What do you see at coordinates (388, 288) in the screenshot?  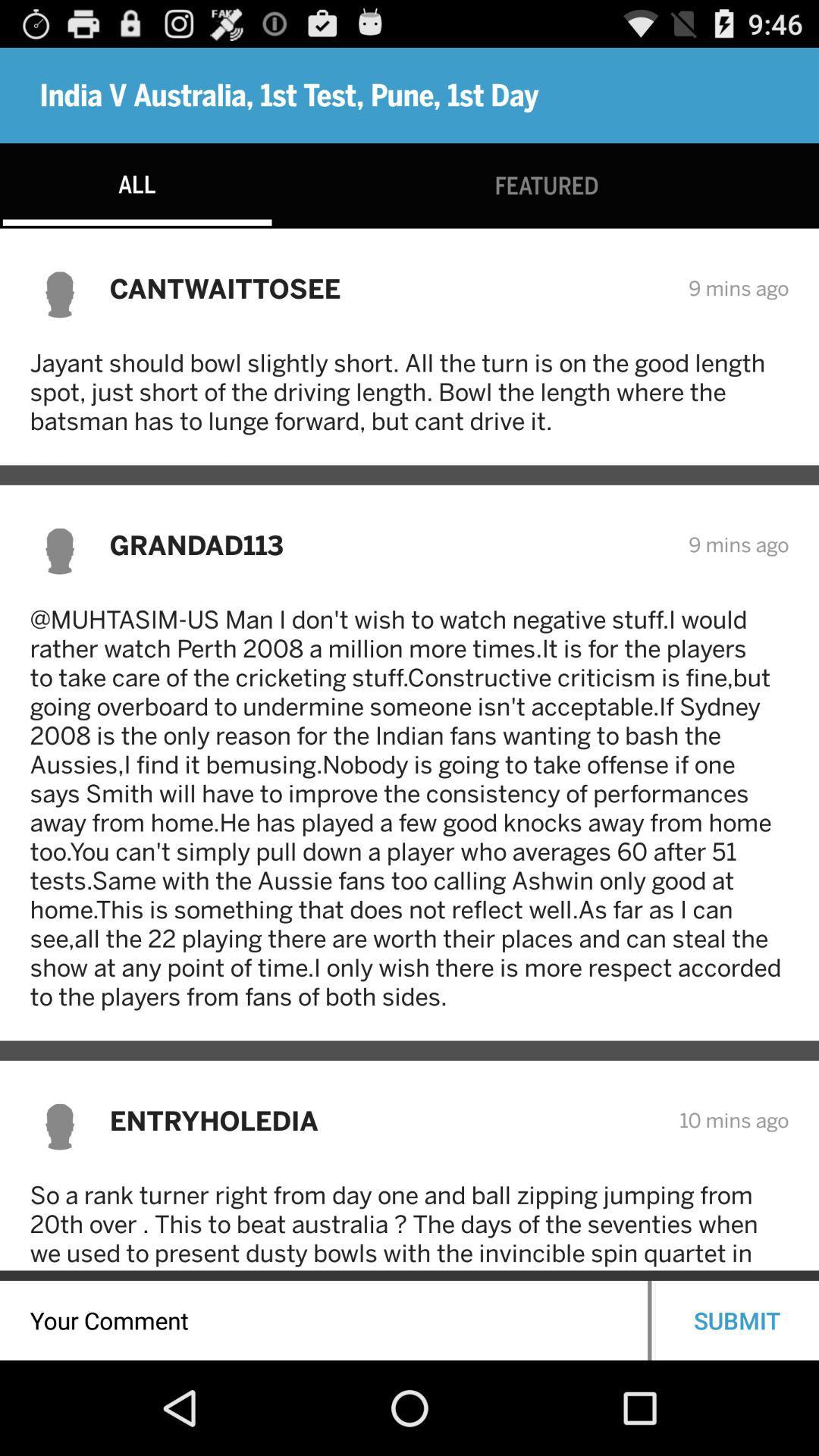 I see `the item to the left of 9 mins ago icon` at bounding box center [388, 288].